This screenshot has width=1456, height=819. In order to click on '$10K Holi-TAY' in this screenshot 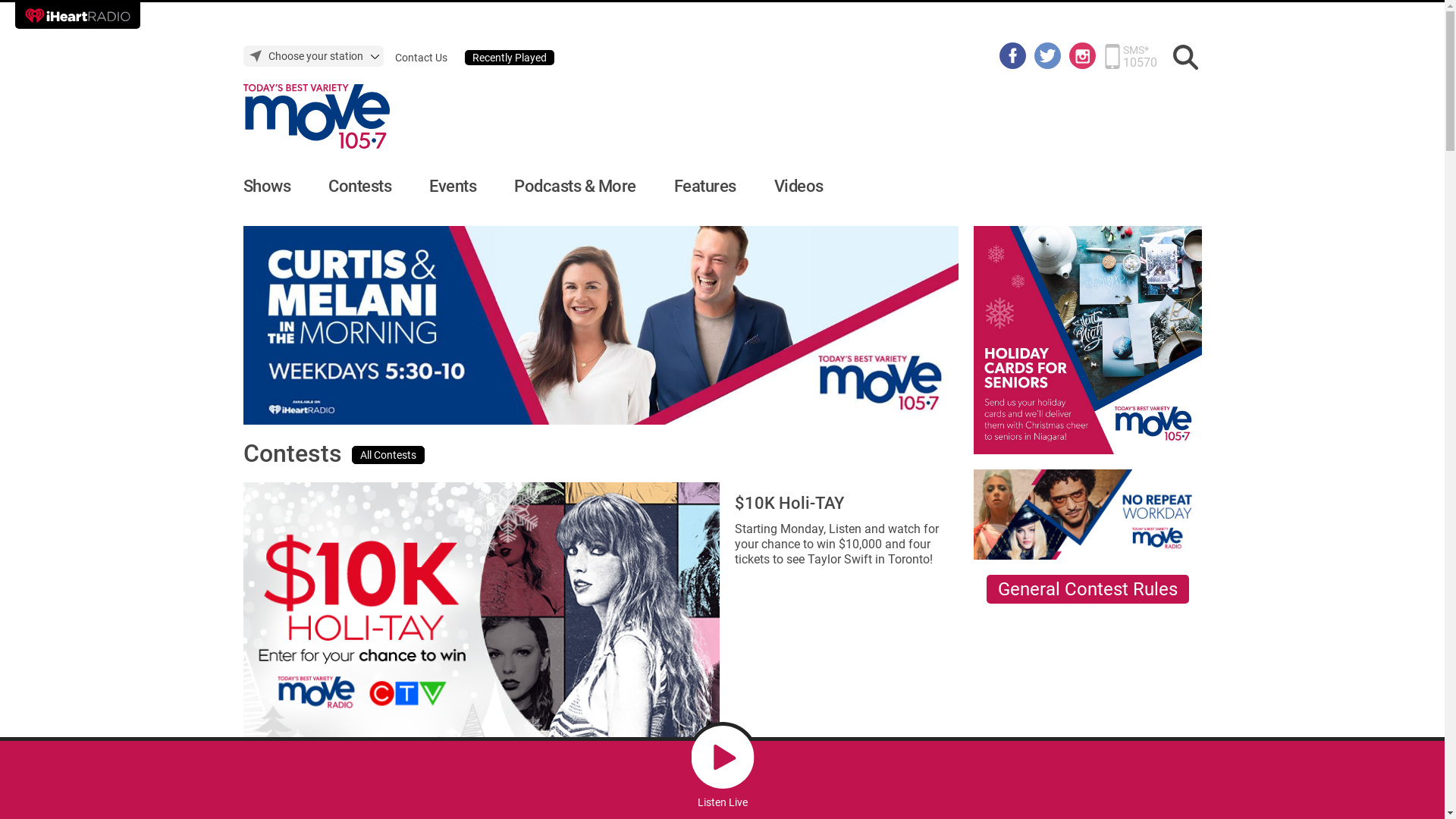, I will do `click(789, 503)`.